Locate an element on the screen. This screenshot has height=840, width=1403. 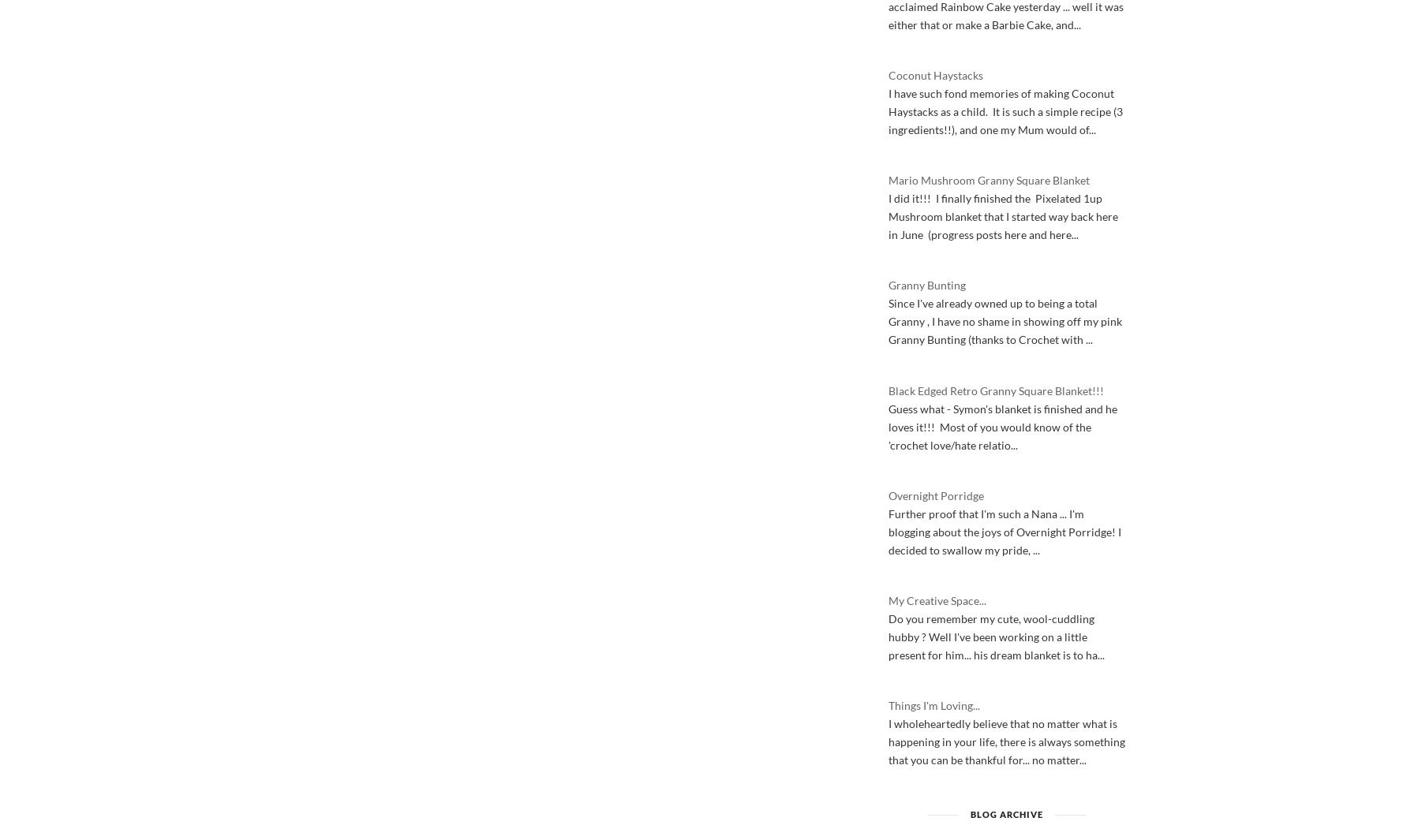
'I did it!!!  I finally finished the  Pixelated 1up Mushroom blanket that I started way back here in June  (progress posts here  and here...' is located at coordinates (1002, 215).